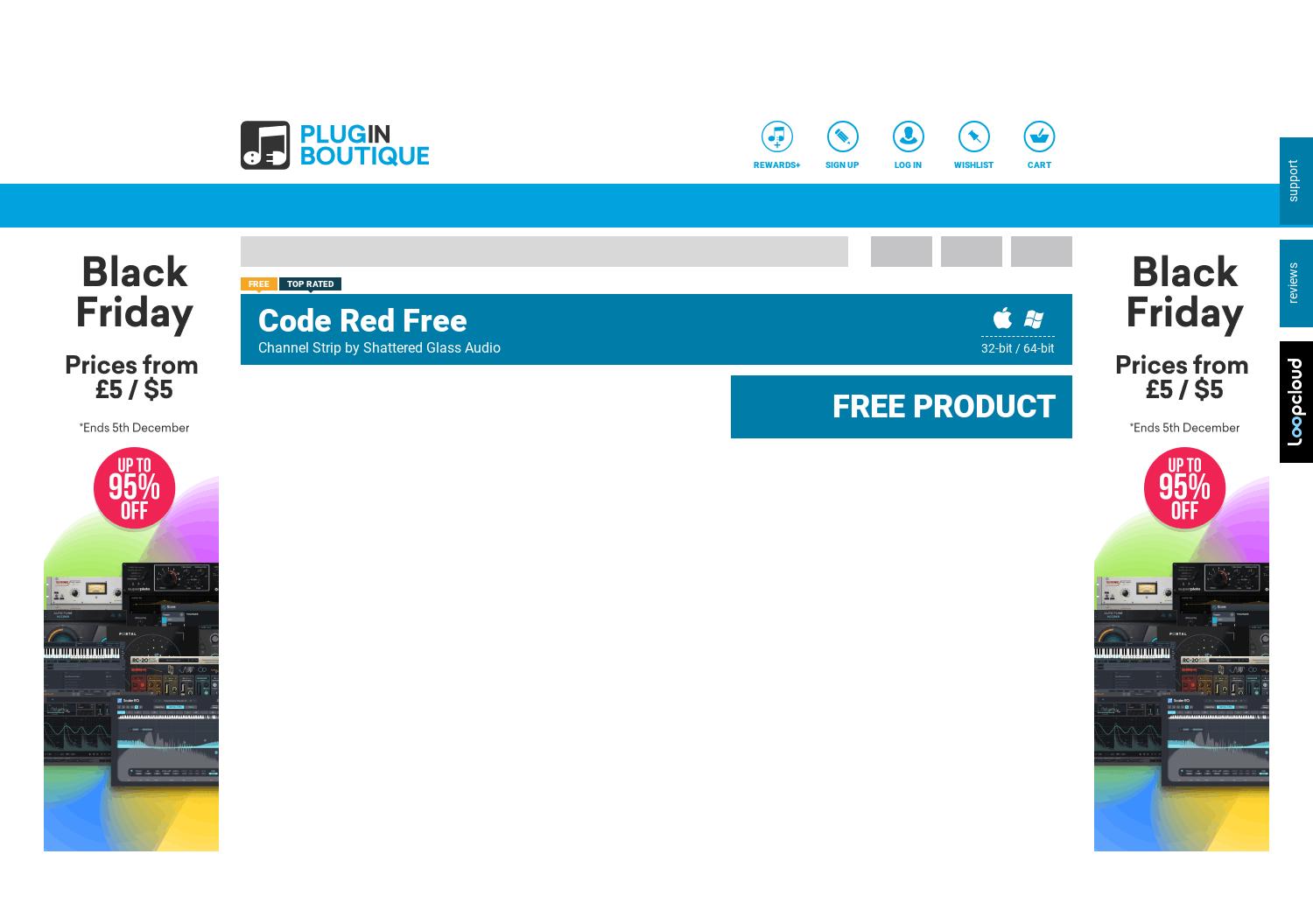 Image resolution: width=1313 pixels, height=924 pixels. Describe the element at coordinates (298, 346) in the screenshot. I see `'Channel Strip'` at that location.